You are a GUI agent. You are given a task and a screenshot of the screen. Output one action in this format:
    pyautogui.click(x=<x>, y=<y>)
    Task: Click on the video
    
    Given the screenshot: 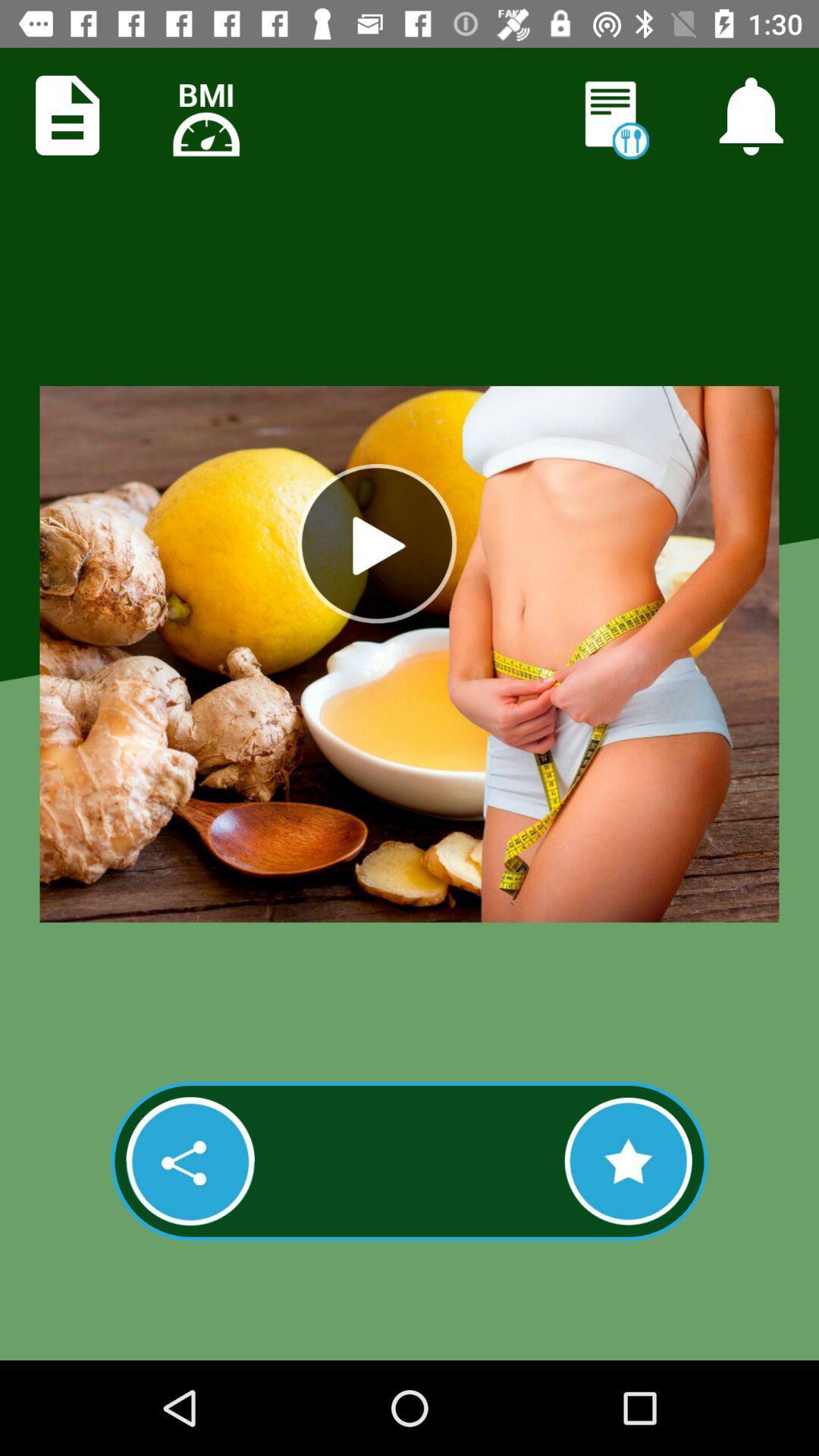 What is the action you would take?
    pyautogui.click(x=376, y=543)
    